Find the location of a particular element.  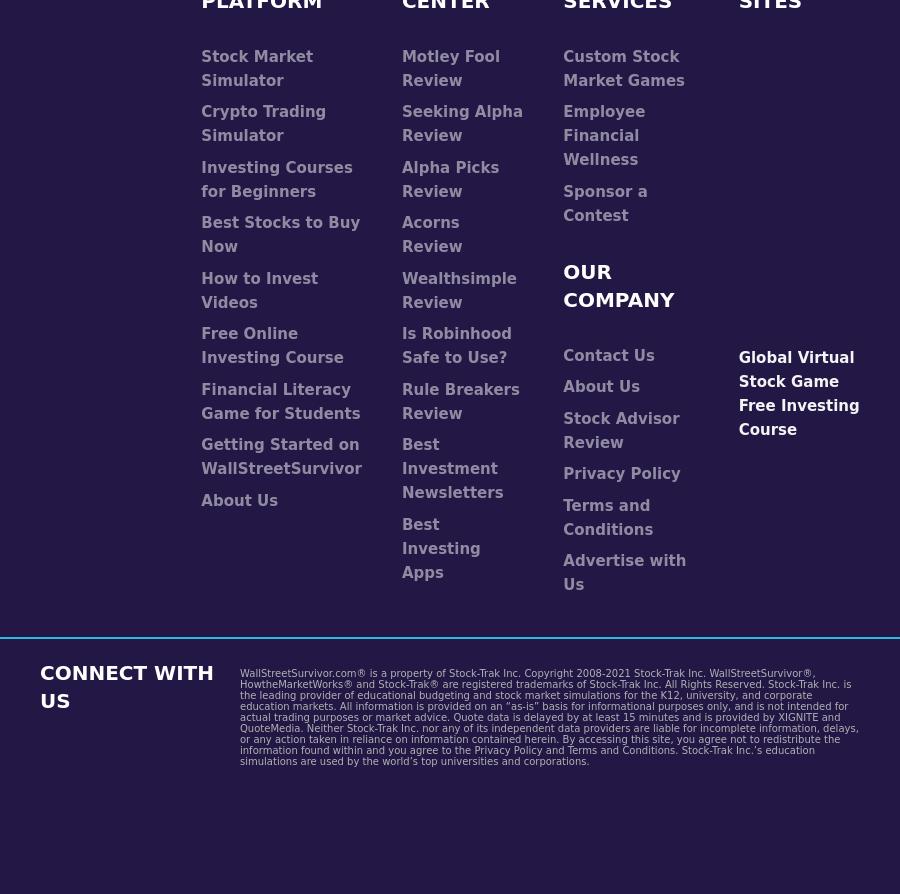

'Free Online Investing Course' is located at coordinates (270, 344).